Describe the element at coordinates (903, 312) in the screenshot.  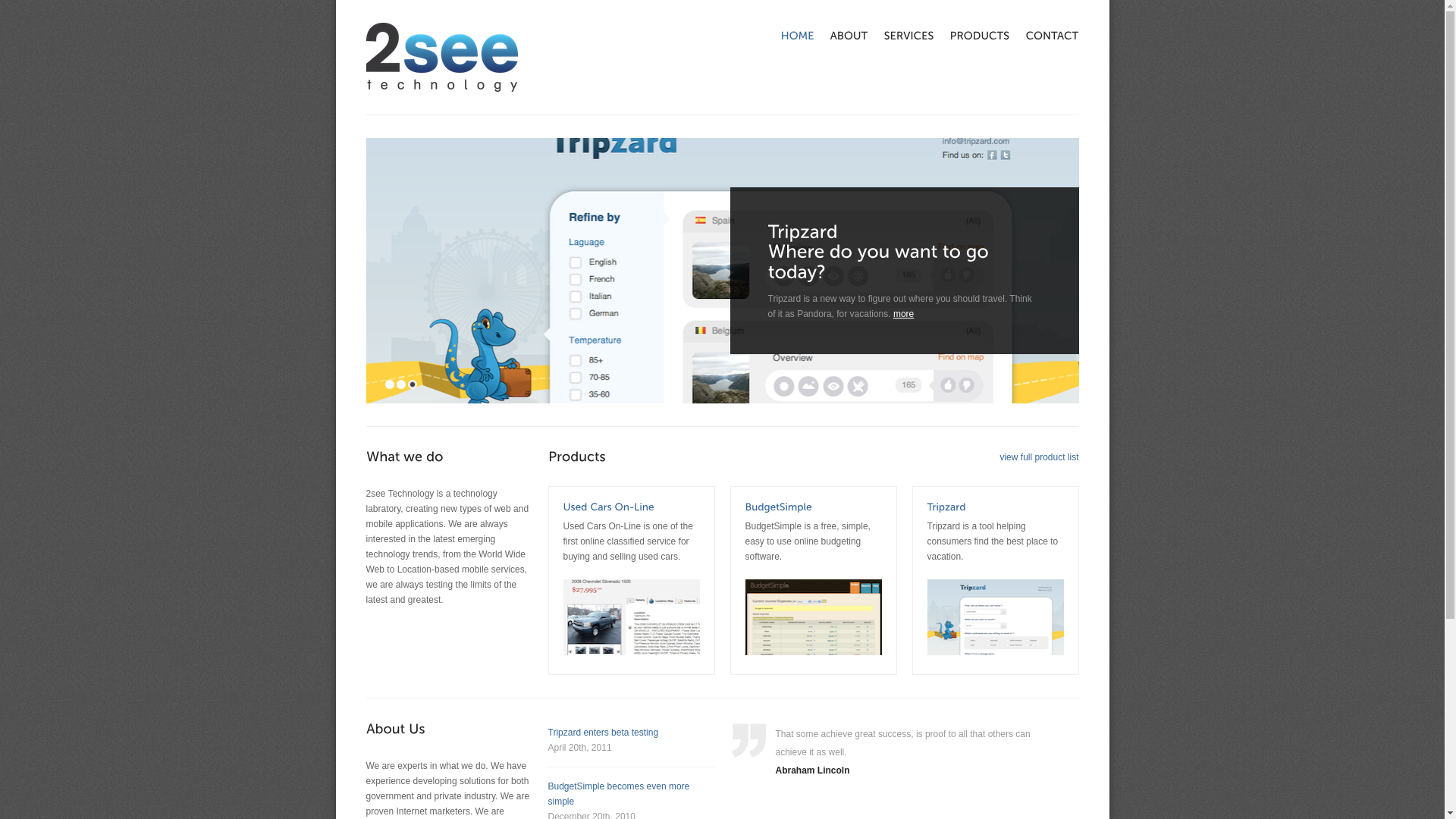
I see `'more'` at that location.